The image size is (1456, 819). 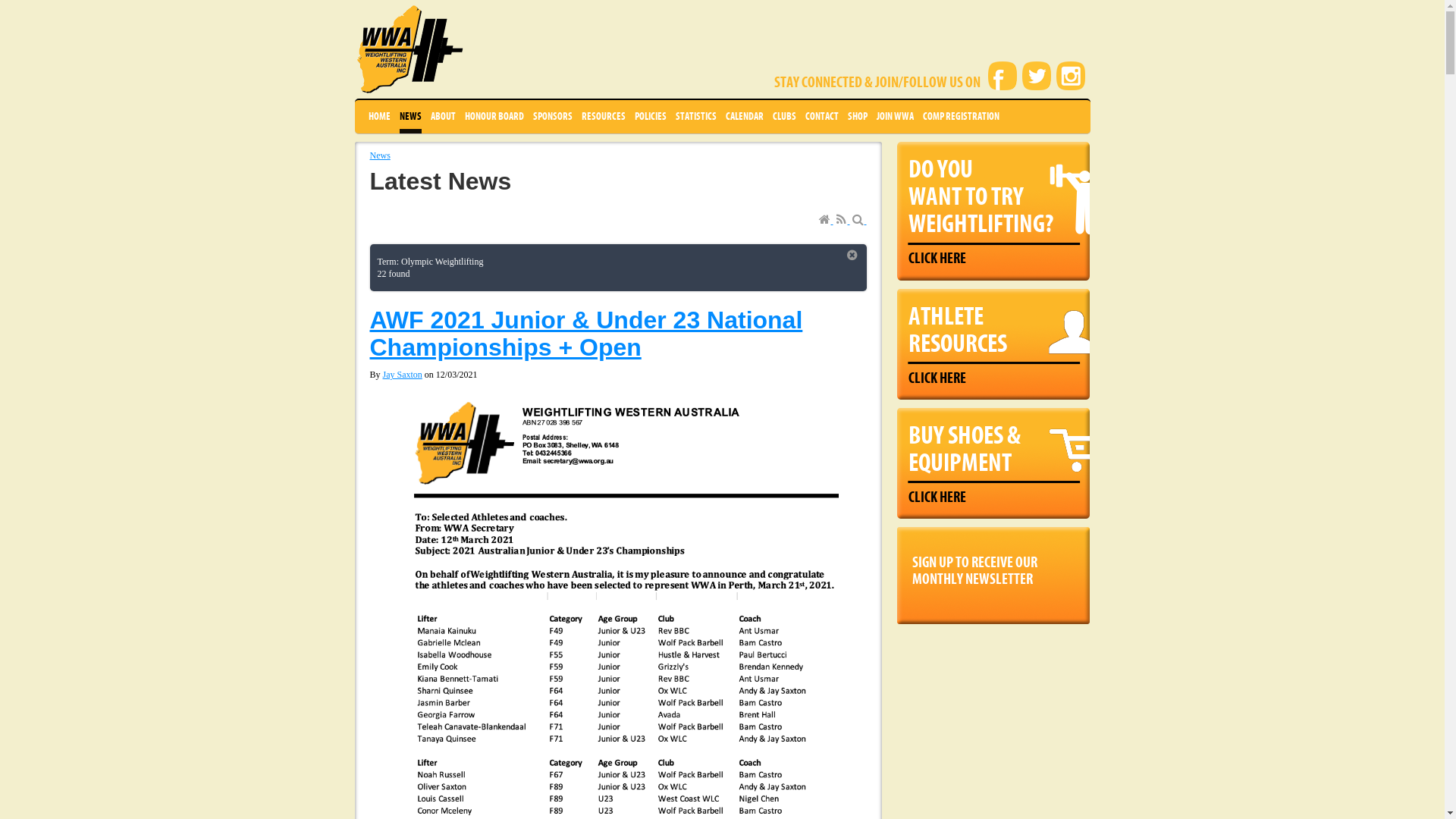 I want to click on 'SIGN UP TO RECEIVE OUR MONTHLY NEWSLETTER', so click(x=896, y=567).